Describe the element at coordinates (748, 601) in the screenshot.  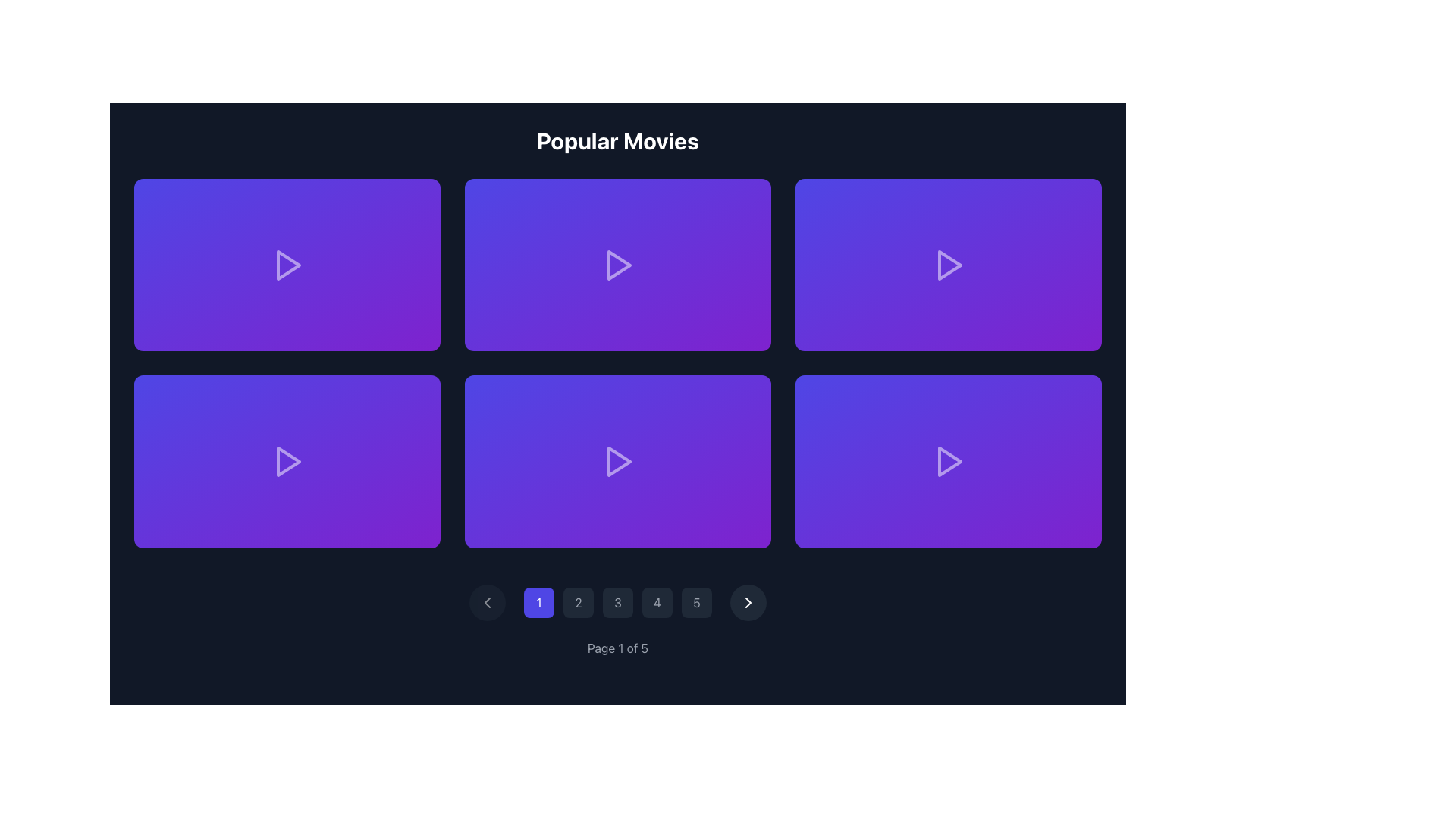
I see `the interactive arrow icon within the circular button located in the bottom-right corner of the pagination section` at that location.